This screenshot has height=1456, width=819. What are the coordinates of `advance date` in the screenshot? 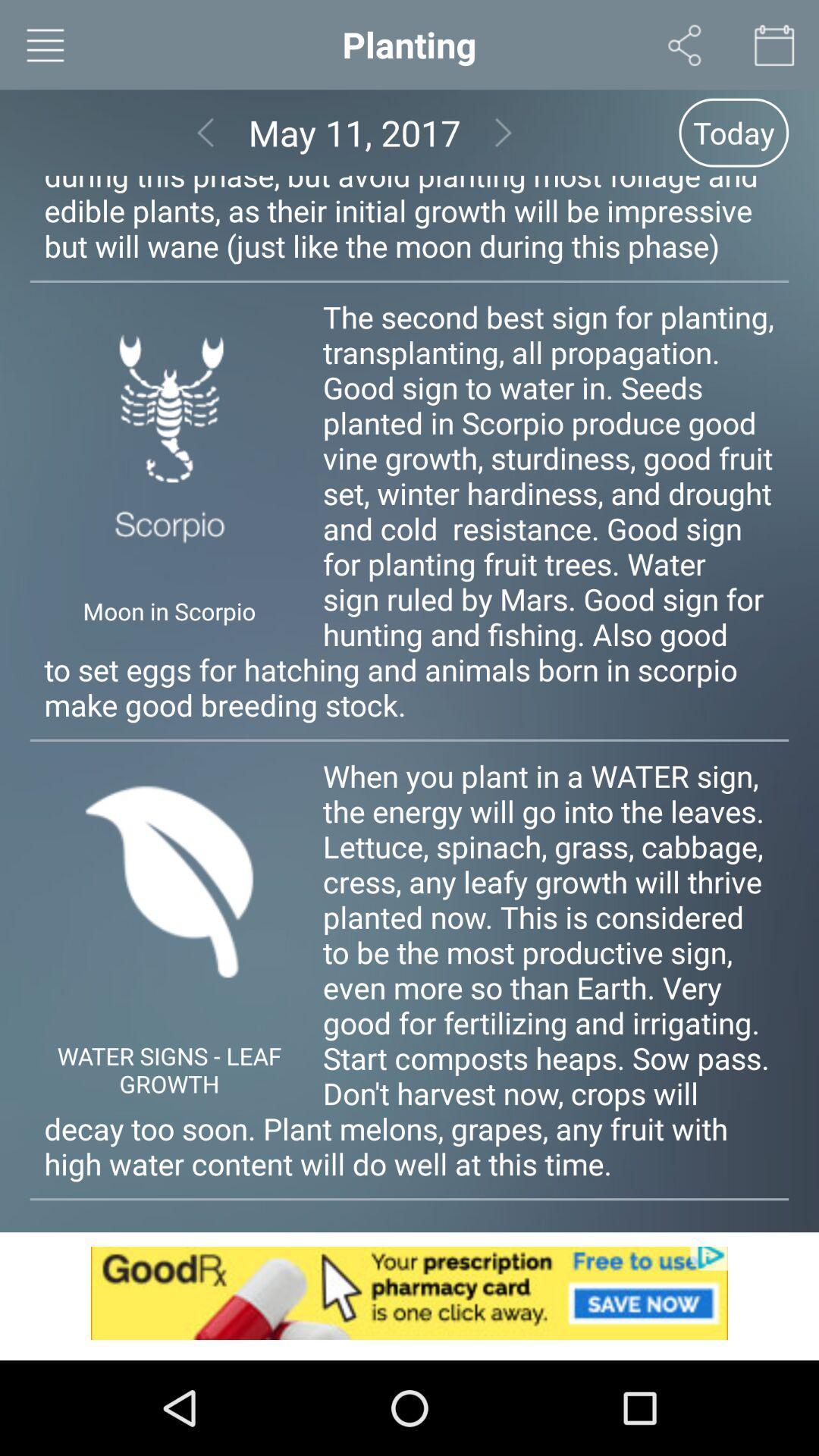 It's located at (504, 133).